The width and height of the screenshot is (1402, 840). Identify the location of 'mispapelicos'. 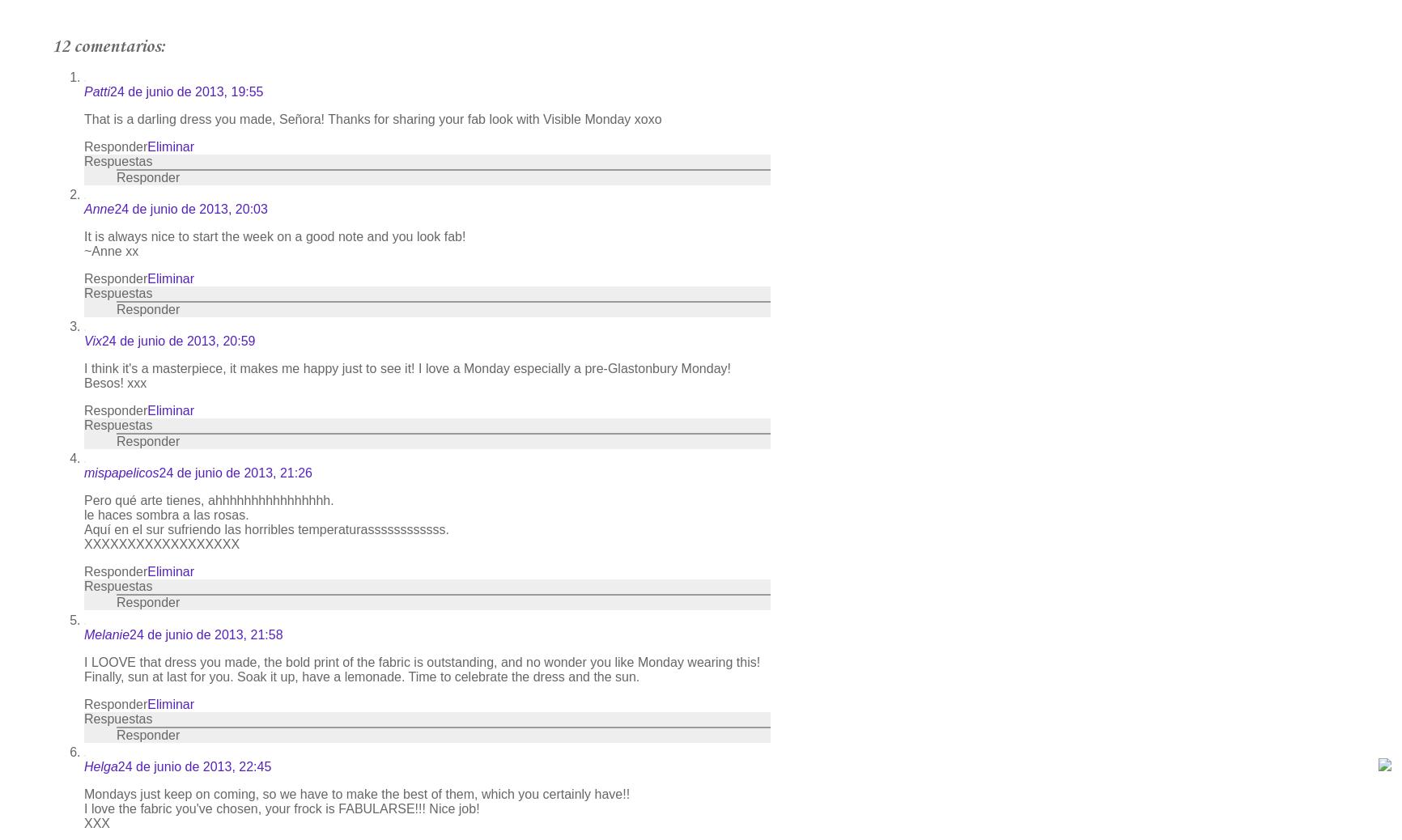
(121, 472).